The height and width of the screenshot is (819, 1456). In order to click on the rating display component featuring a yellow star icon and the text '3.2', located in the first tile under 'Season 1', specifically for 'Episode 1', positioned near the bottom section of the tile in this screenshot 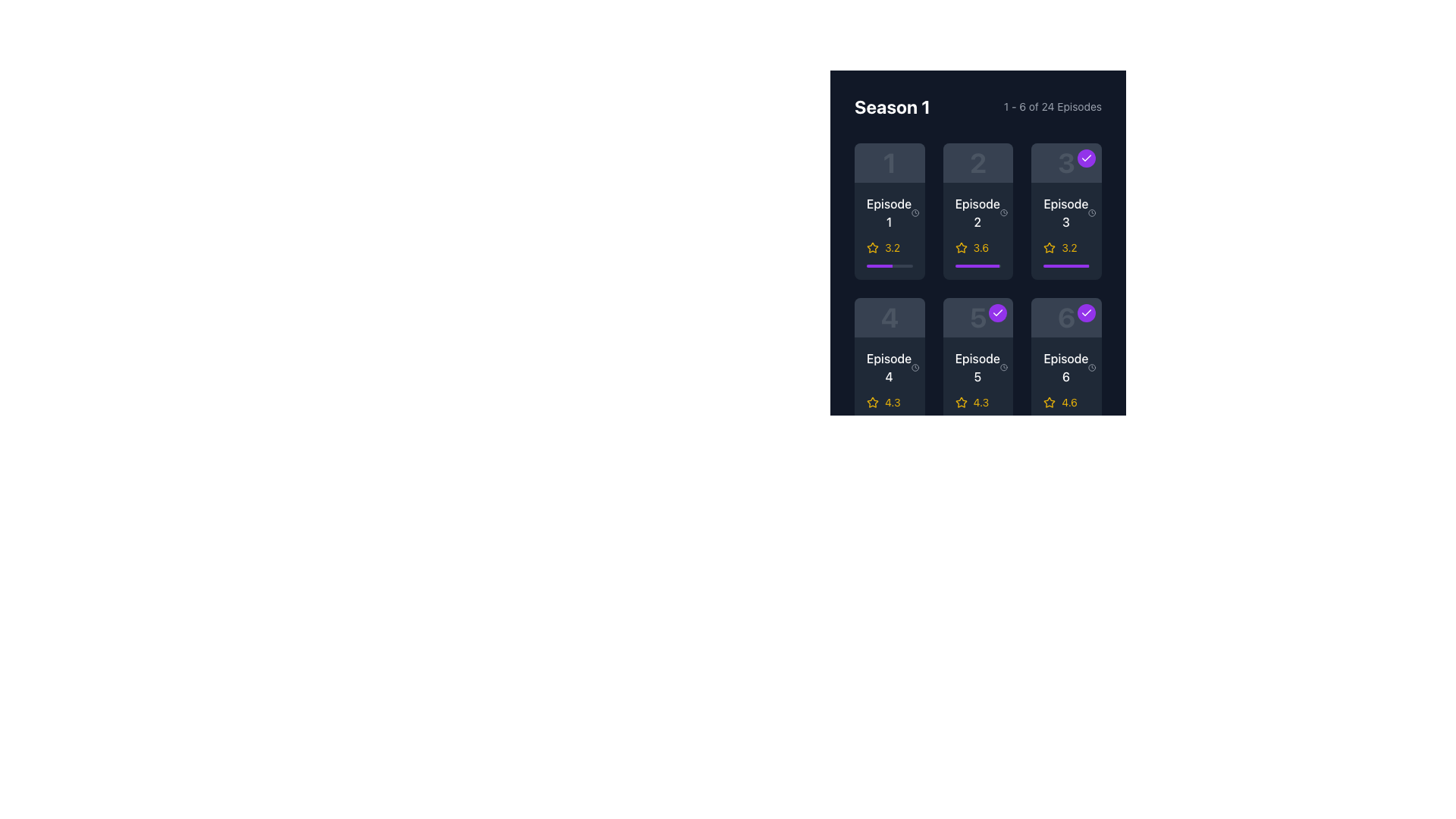, I will do `click(890, 247)`.